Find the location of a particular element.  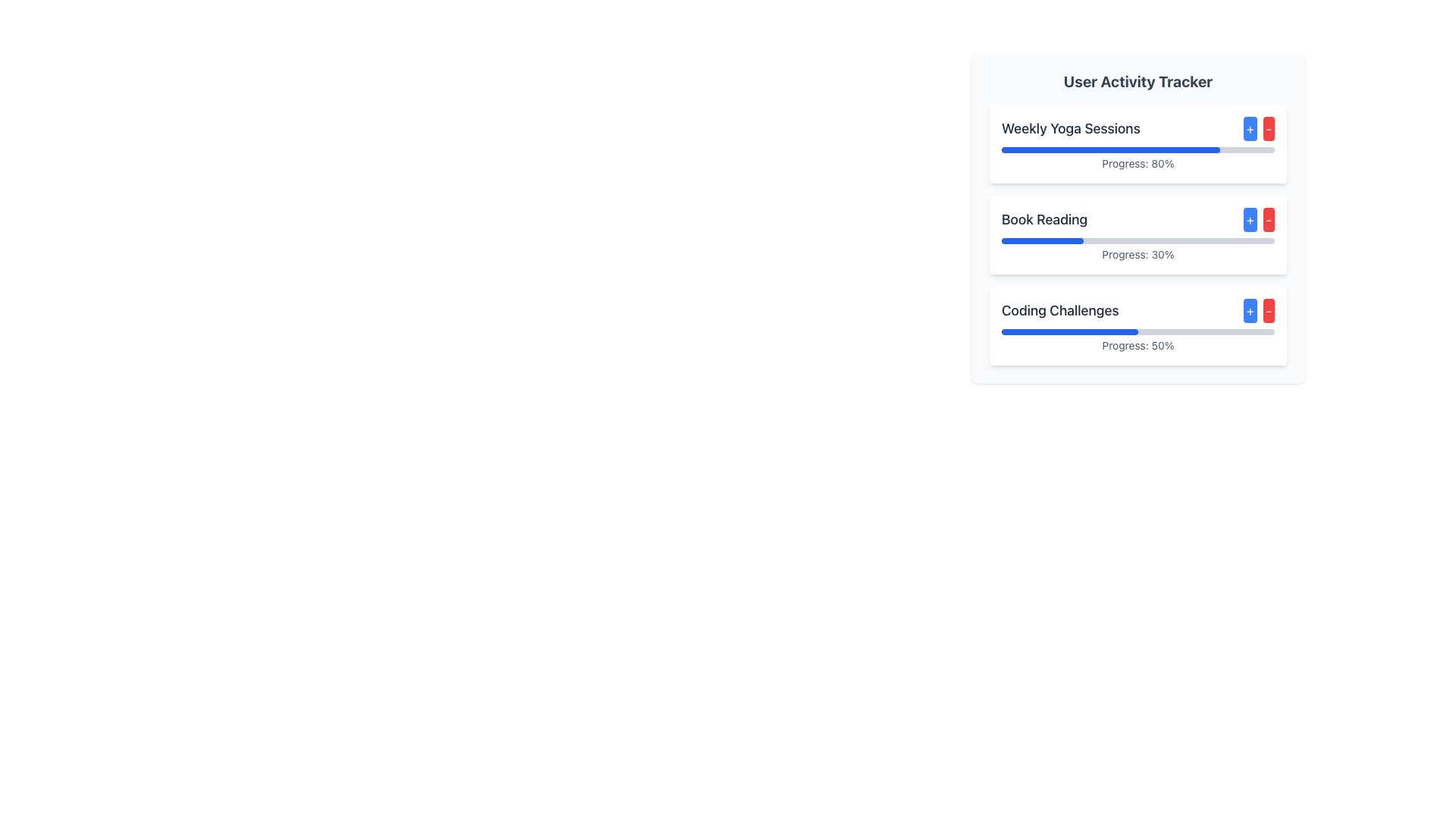

the progress bar representing the completion level of the 'Book Reading' activity, which shows 30% progress is located at coordinates (1138, 240).